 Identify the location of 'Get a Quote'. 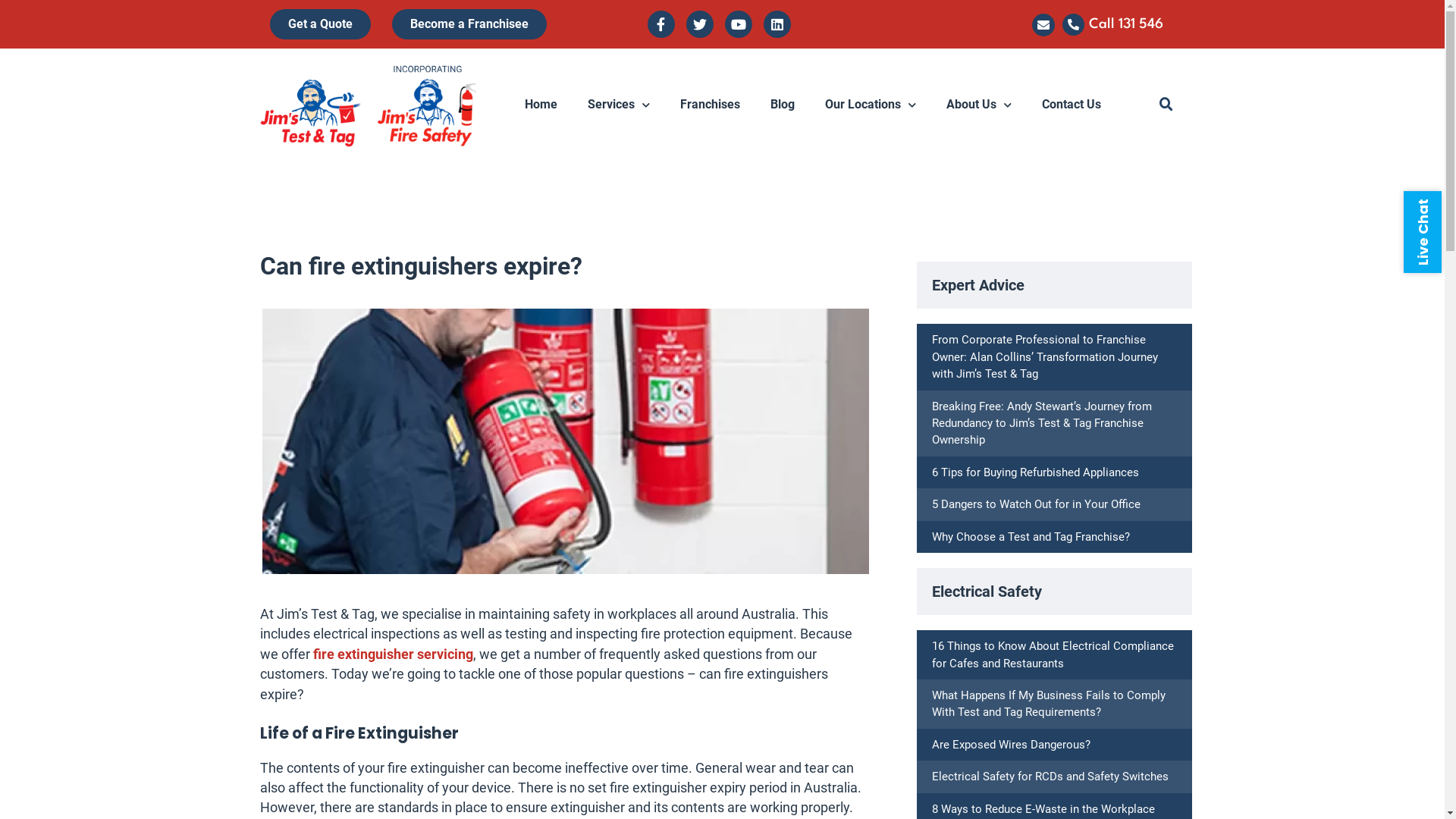
(269, 24).